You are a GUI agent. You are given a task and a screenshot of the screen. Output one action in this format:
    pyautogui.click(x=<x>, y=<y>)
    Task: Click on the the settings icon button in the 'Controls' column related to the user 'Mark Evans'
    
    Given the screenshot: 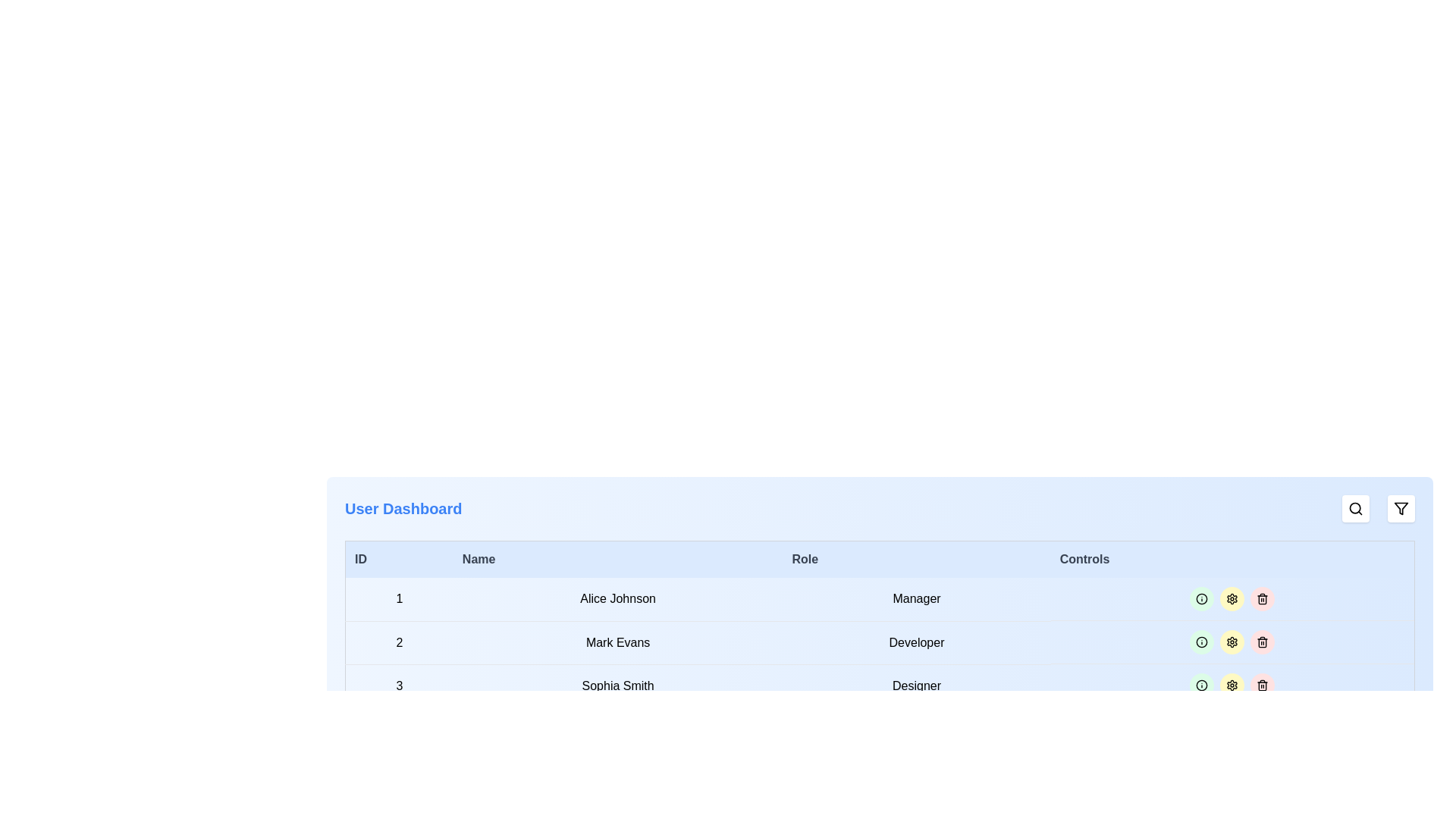 What is the action you would take?
    pyautogui.click(x=1232, y=685)
    